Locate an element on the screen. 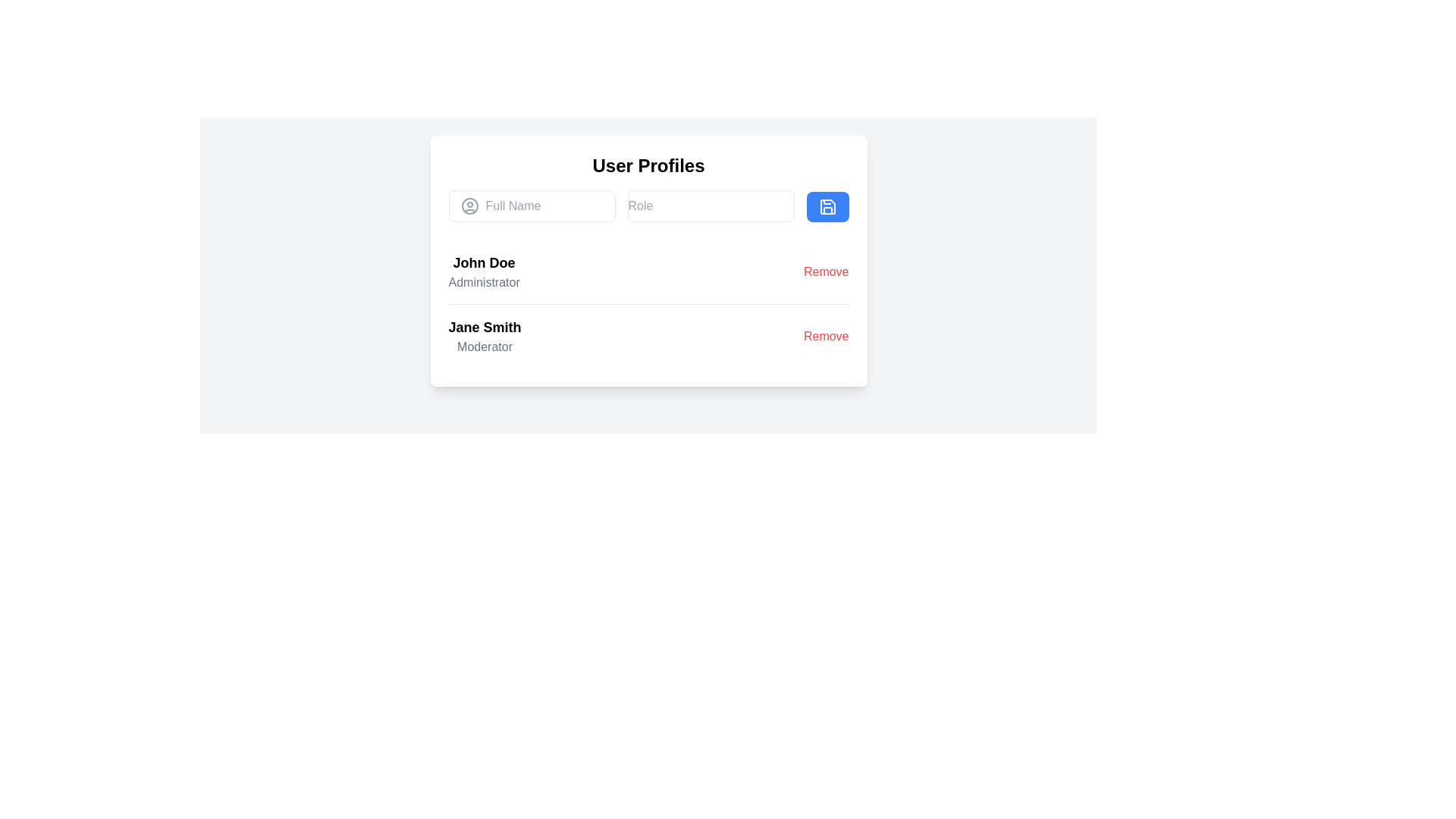 Image resolution: width=1456 pixels, height=819 pixels. the text display that shows the user name 'John Doe' within the user profile card, located above the text 'Administrator' is located at coordinates (483, 262).